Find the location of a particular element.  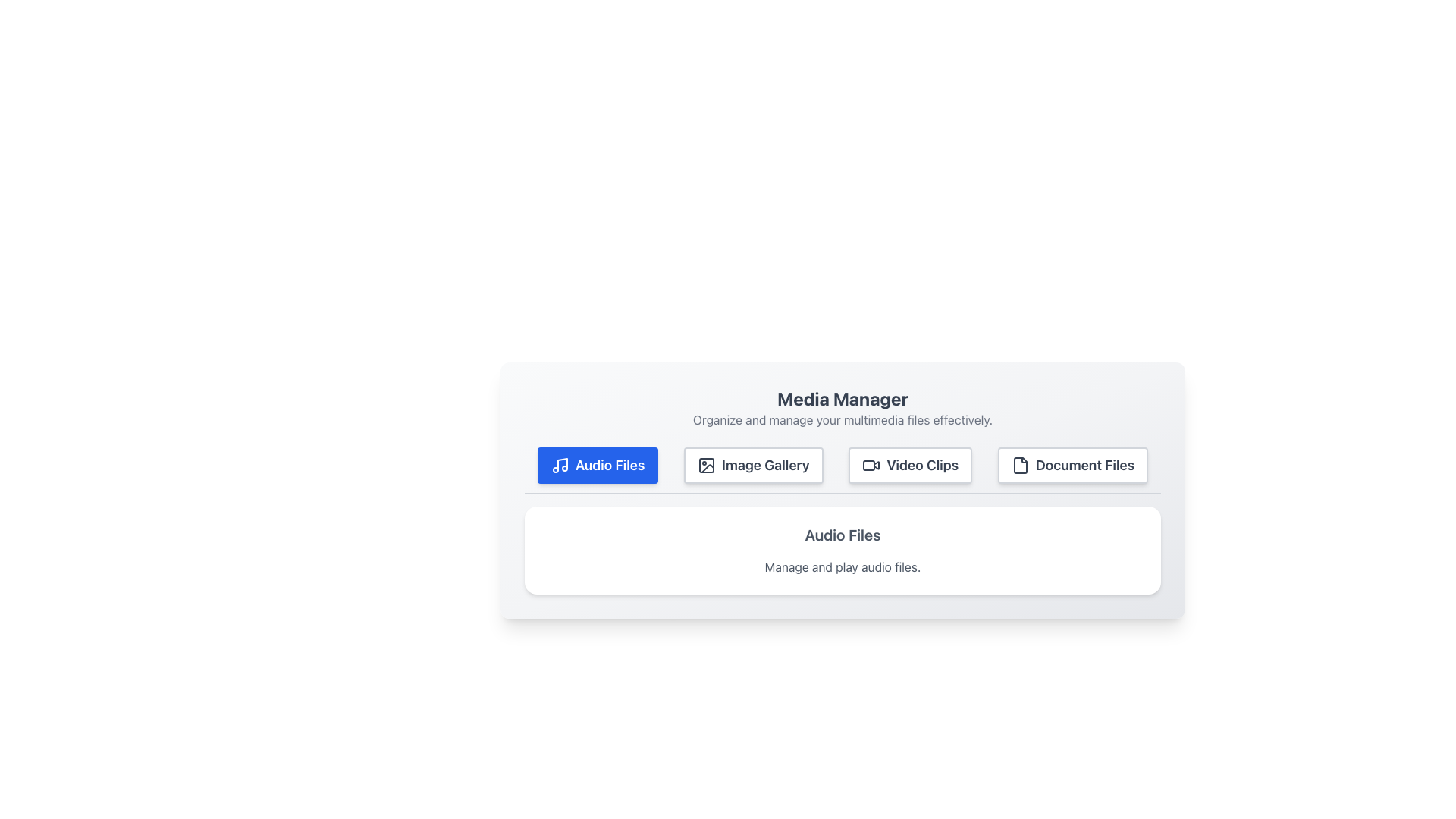

text 'Manage and play audio files.' located in a white rectangular block below the bold title 'Audio Files' is located at coordinates (842, 567).